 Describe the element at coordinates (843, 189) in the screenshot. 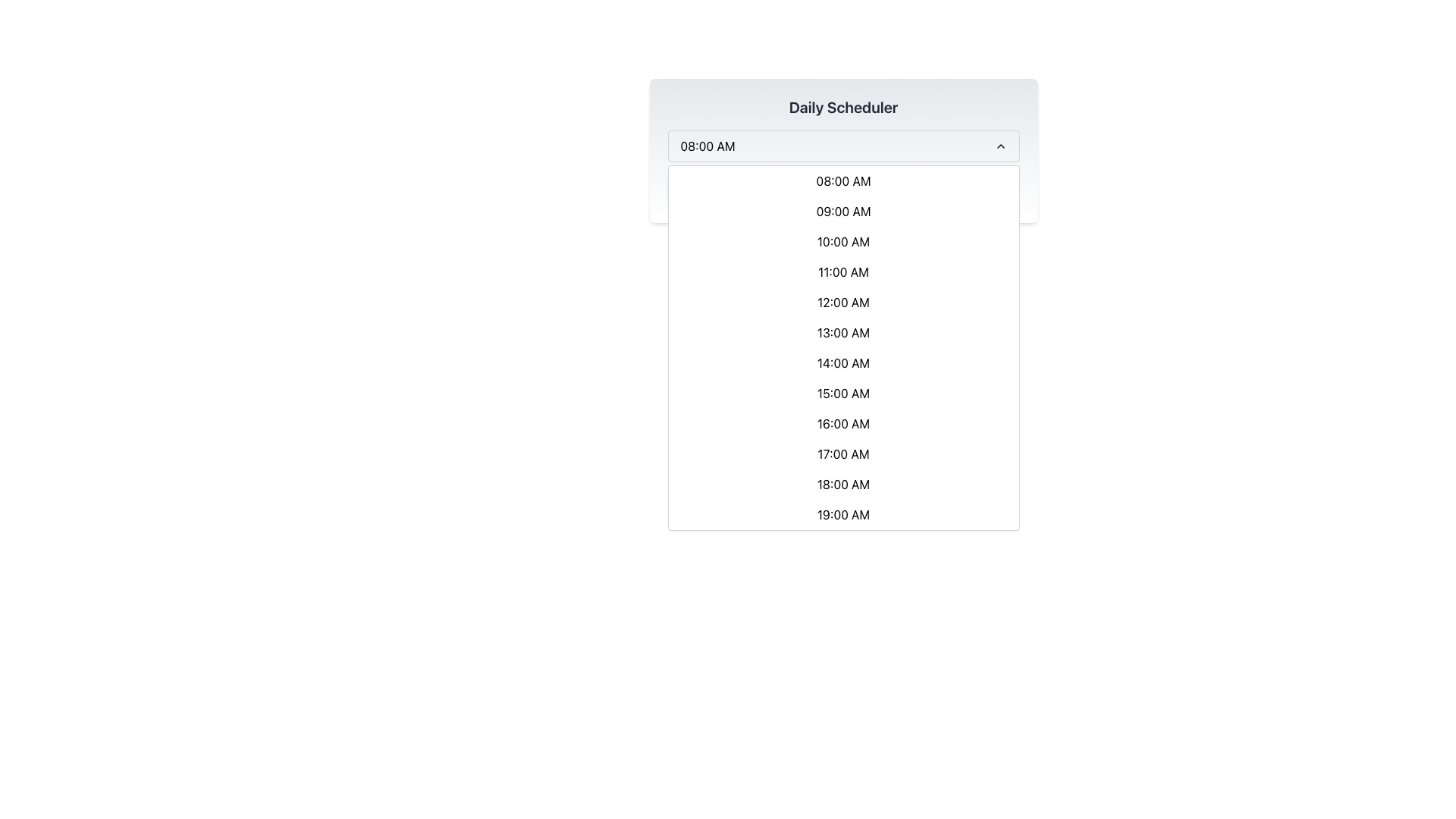

I see `the first time selection option in the scheduling dropdown, which sets the schedule to 08:00 AM` at that location.